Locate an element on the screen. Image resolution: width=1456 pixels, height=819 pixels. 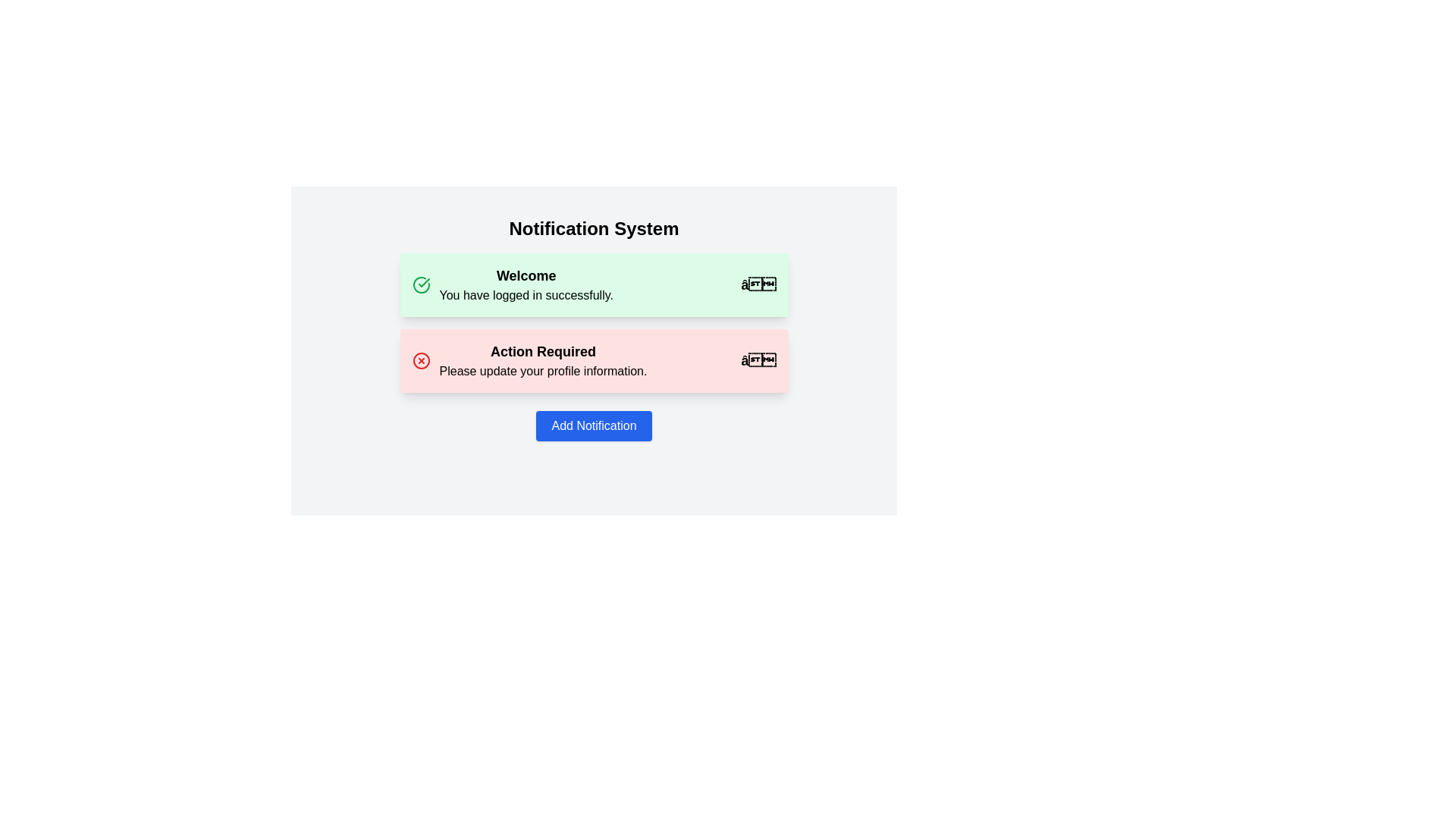
section heading text located at the topmost part of the layout, which describes notifications and features below it is located at coordinates (593, 228).